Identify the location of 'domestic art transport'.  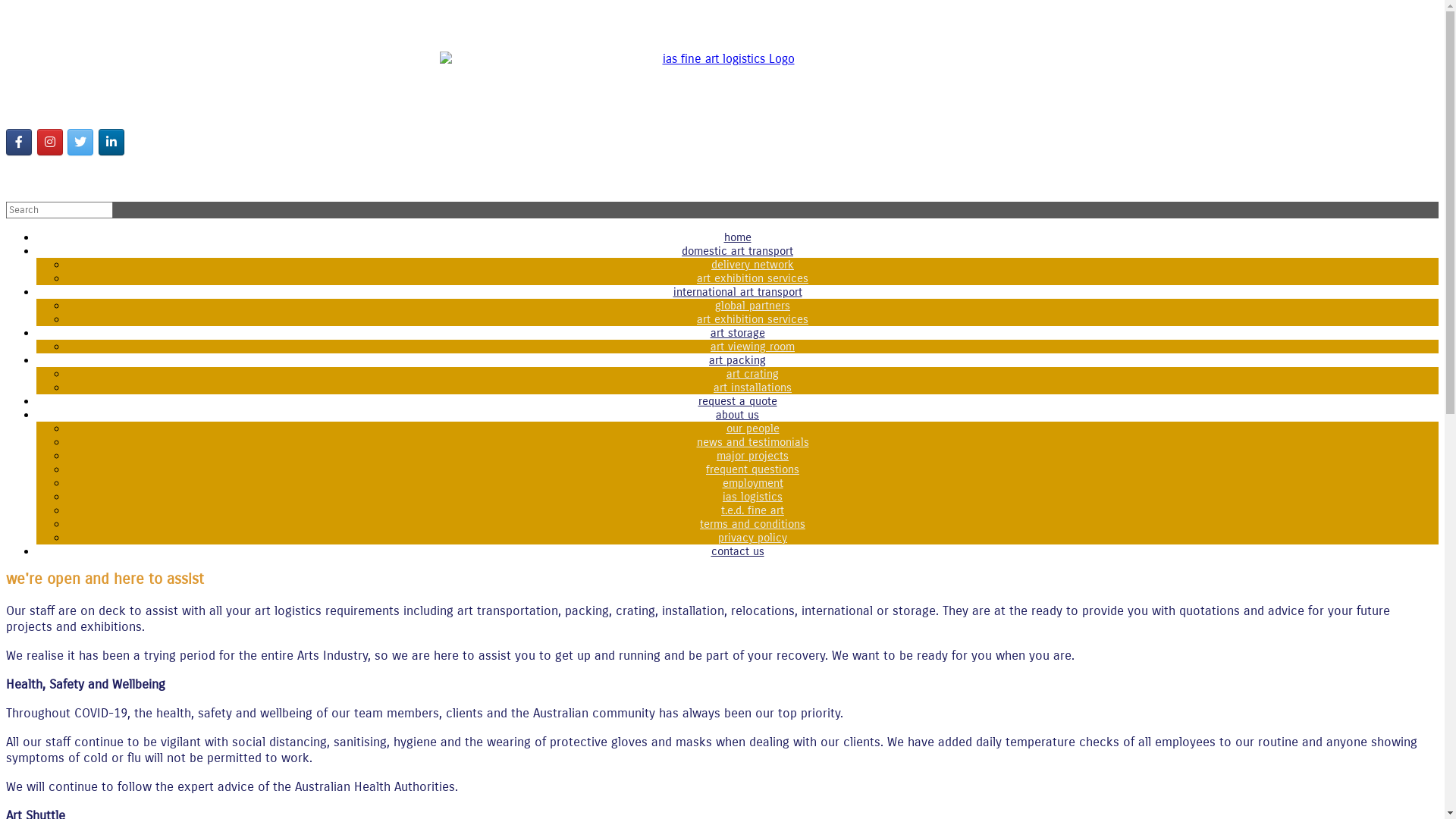
(737, 250).